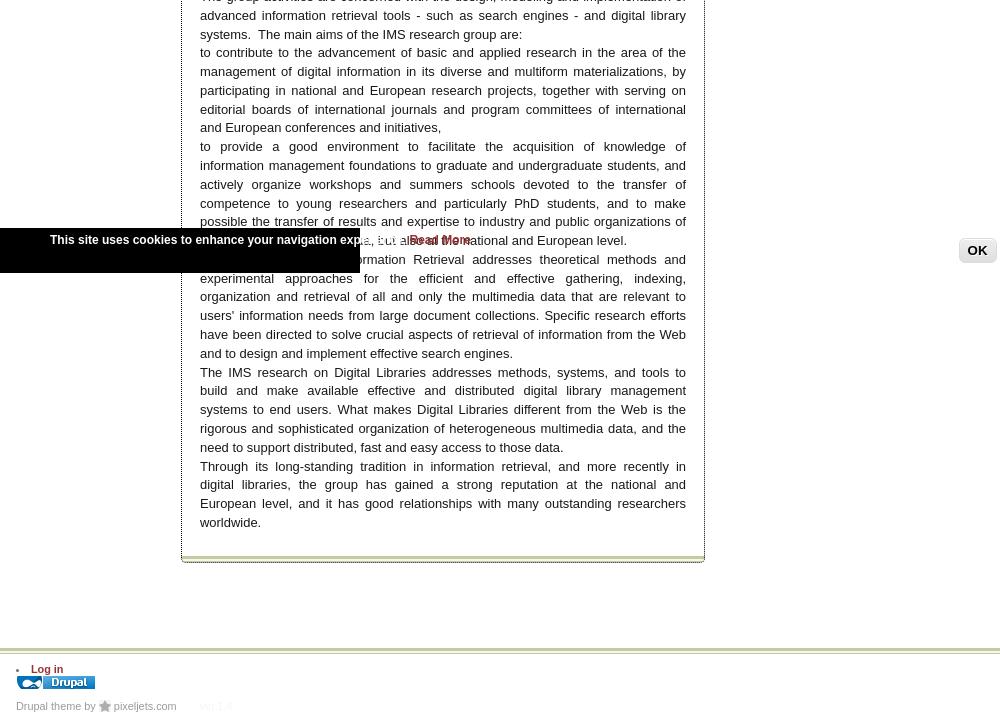 The width and height of the screenshot is (1000, 727). I want to click on 'pixeljets.com', so click(144, 703).